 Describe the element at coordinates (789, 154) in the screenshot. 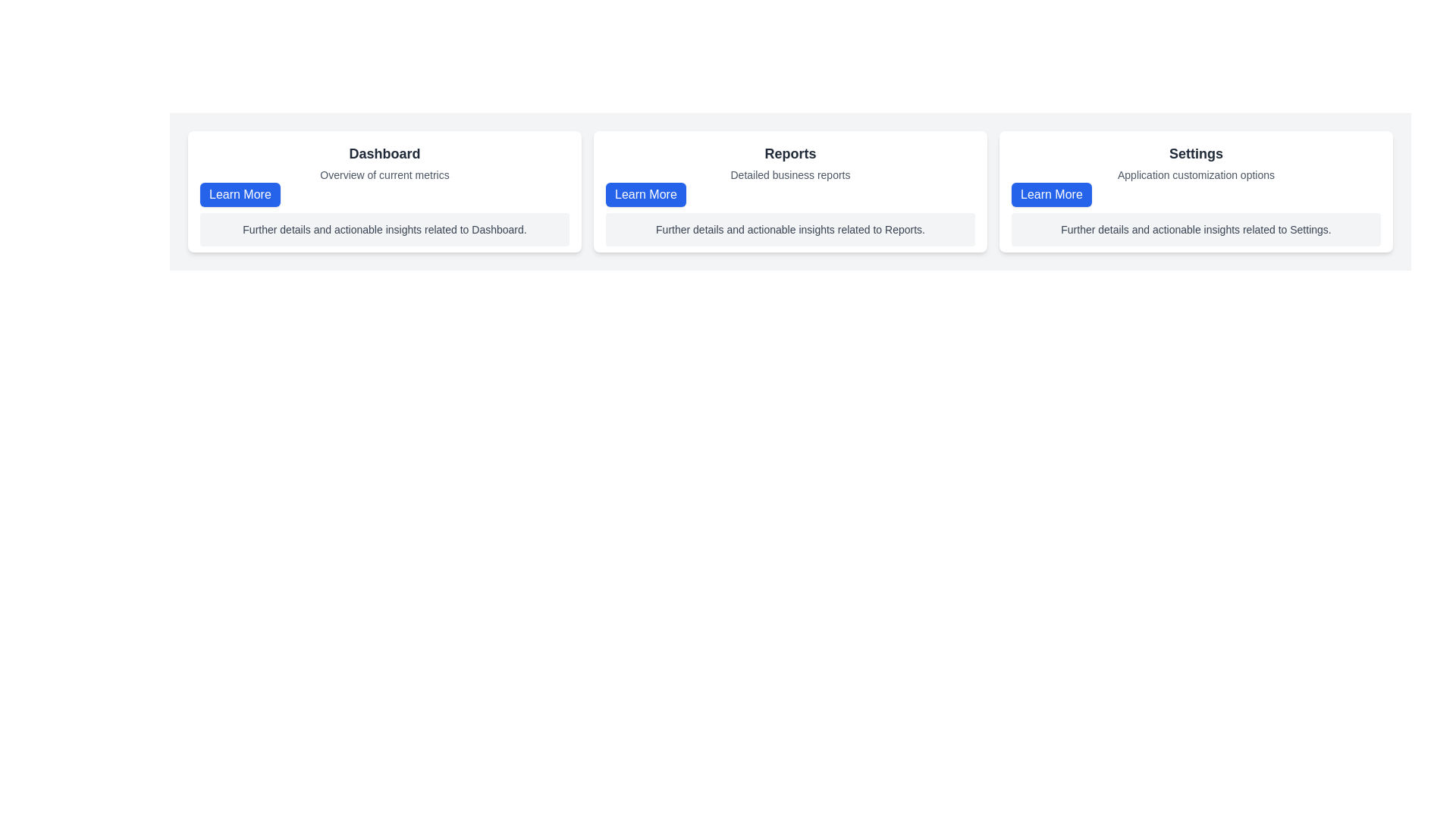

I see `the 'Reports' text label, which is a bold, dark gray header prominently located at the top of the middle card to trigger tooltips` at that location.